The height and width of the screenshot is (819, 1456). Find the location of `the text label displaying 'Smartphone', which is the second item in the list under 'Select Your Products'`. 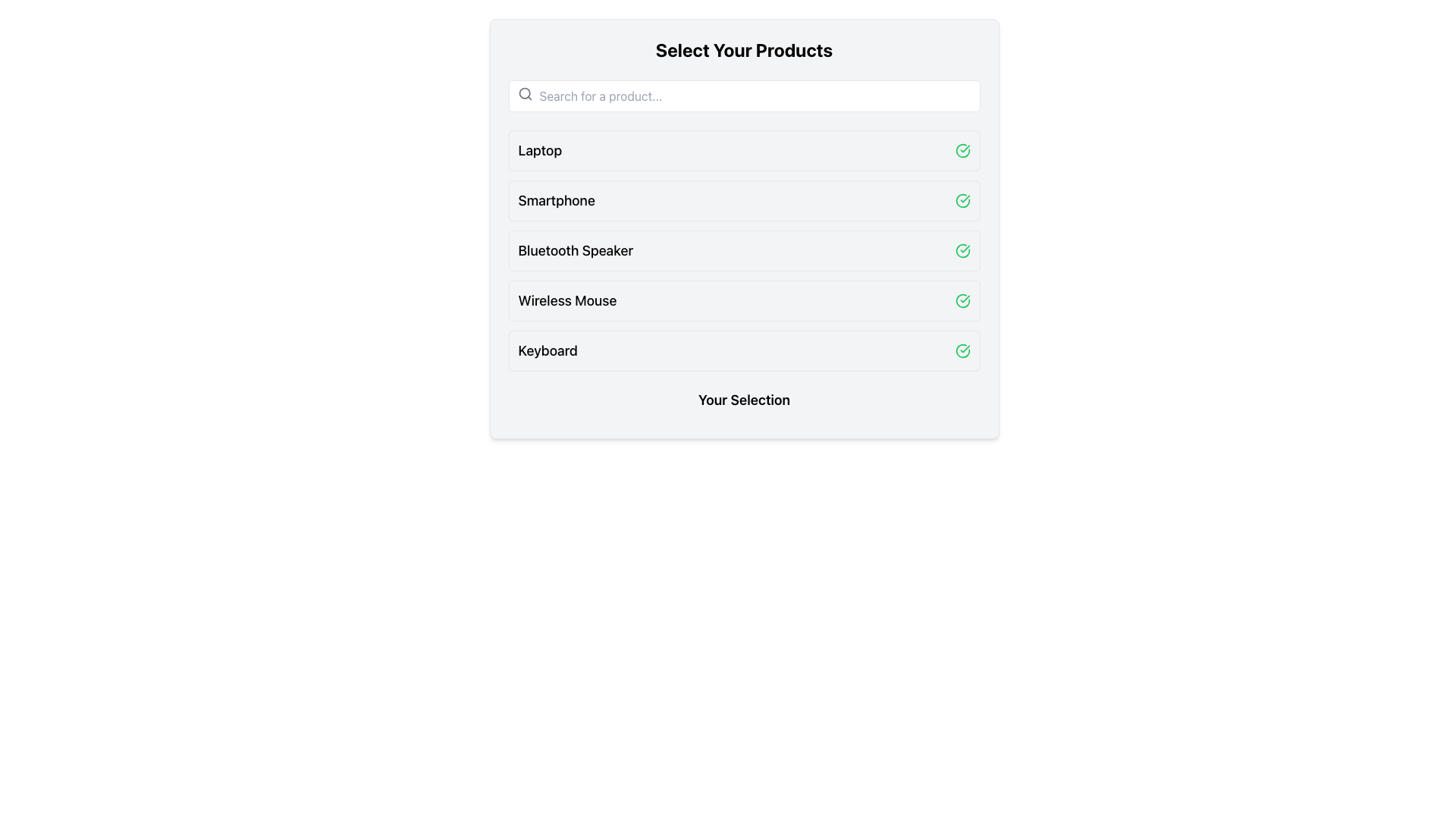

the text label displaying 'Smartphone', which is the second item in the list under 'Select Your Products' is located at coordinates (556, 200).